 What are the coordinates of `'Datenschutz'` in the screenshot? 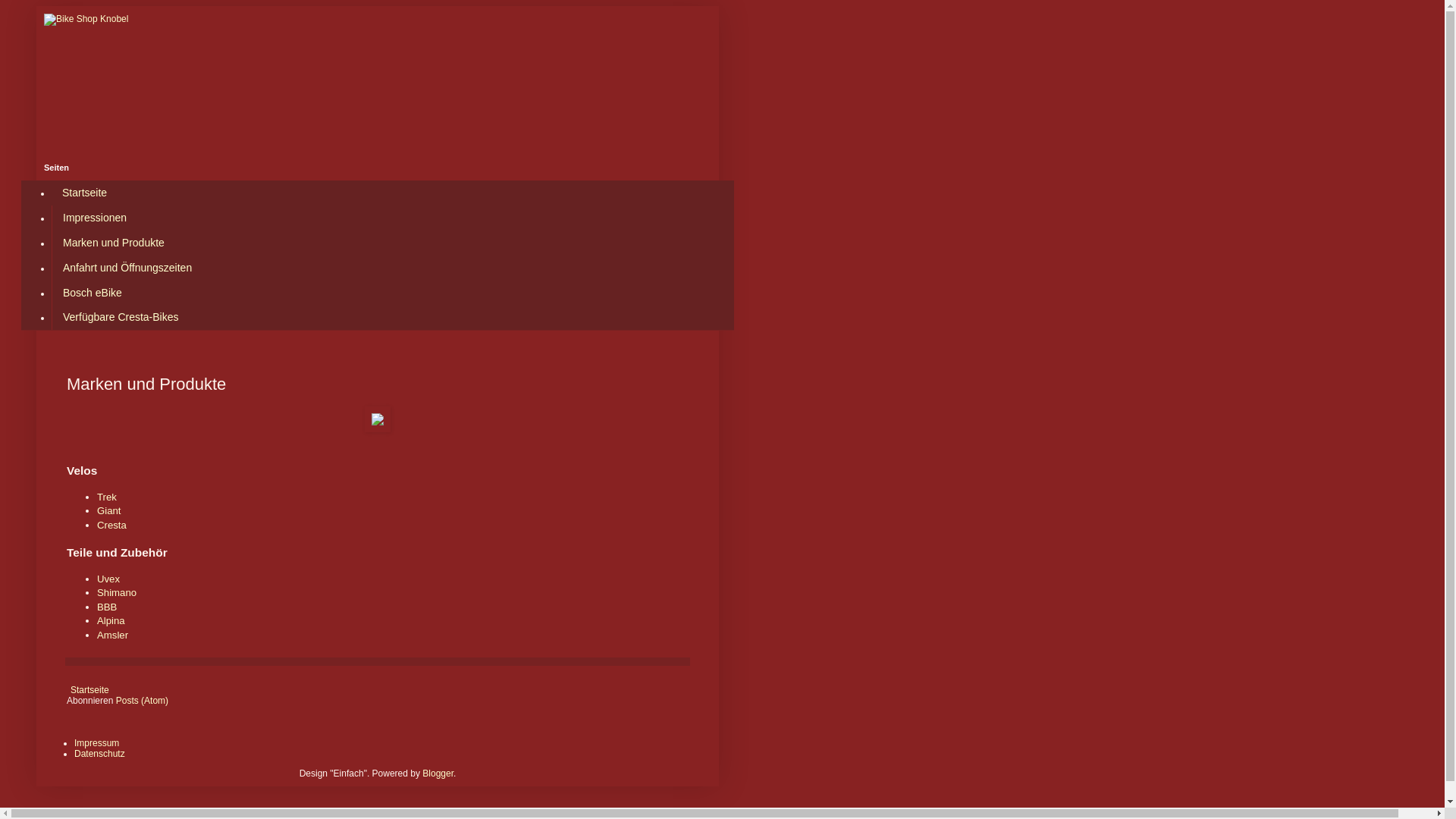 It's located at (99, 754).